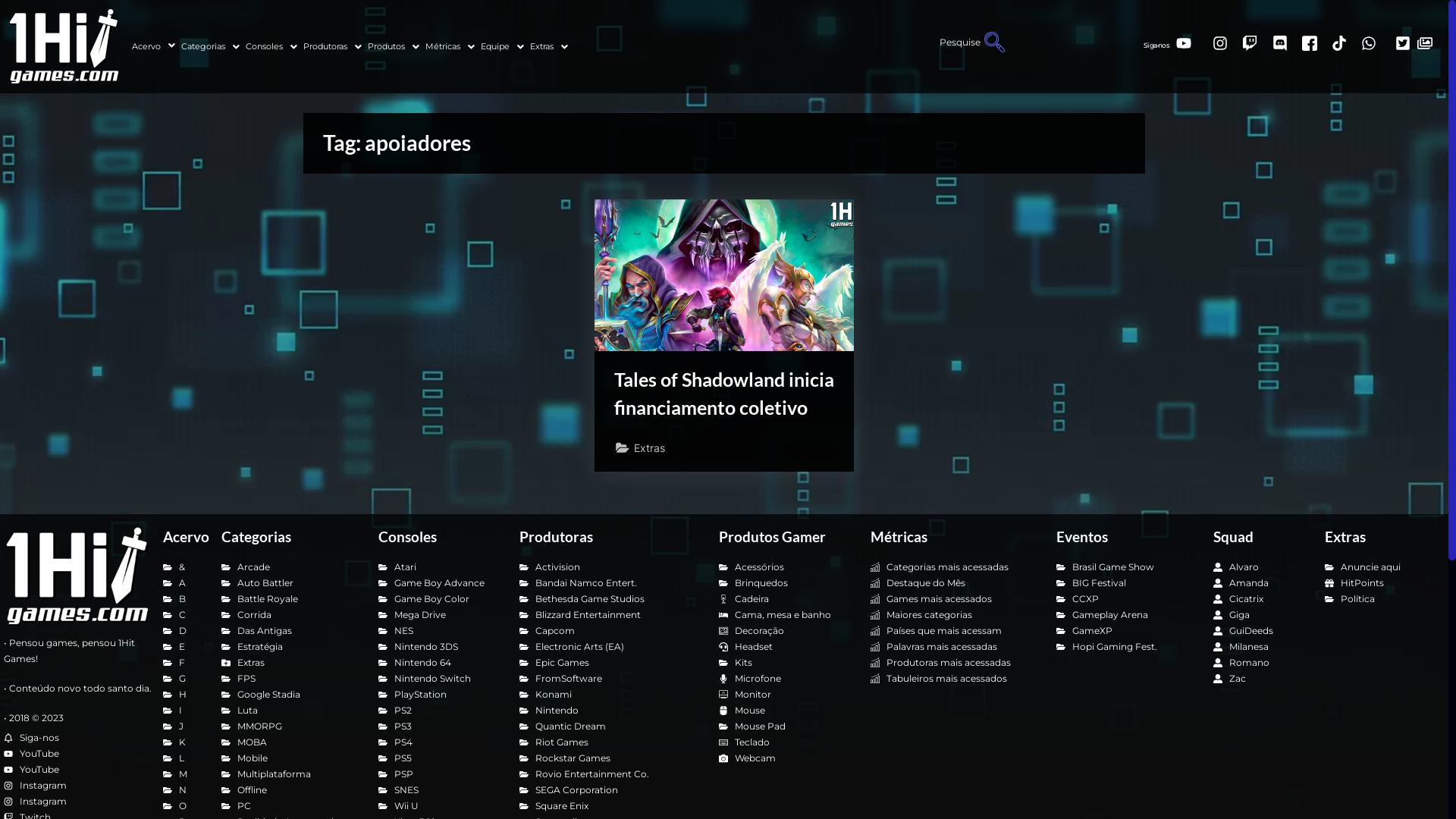  I want to click on 'PS2', so click(440, 710).